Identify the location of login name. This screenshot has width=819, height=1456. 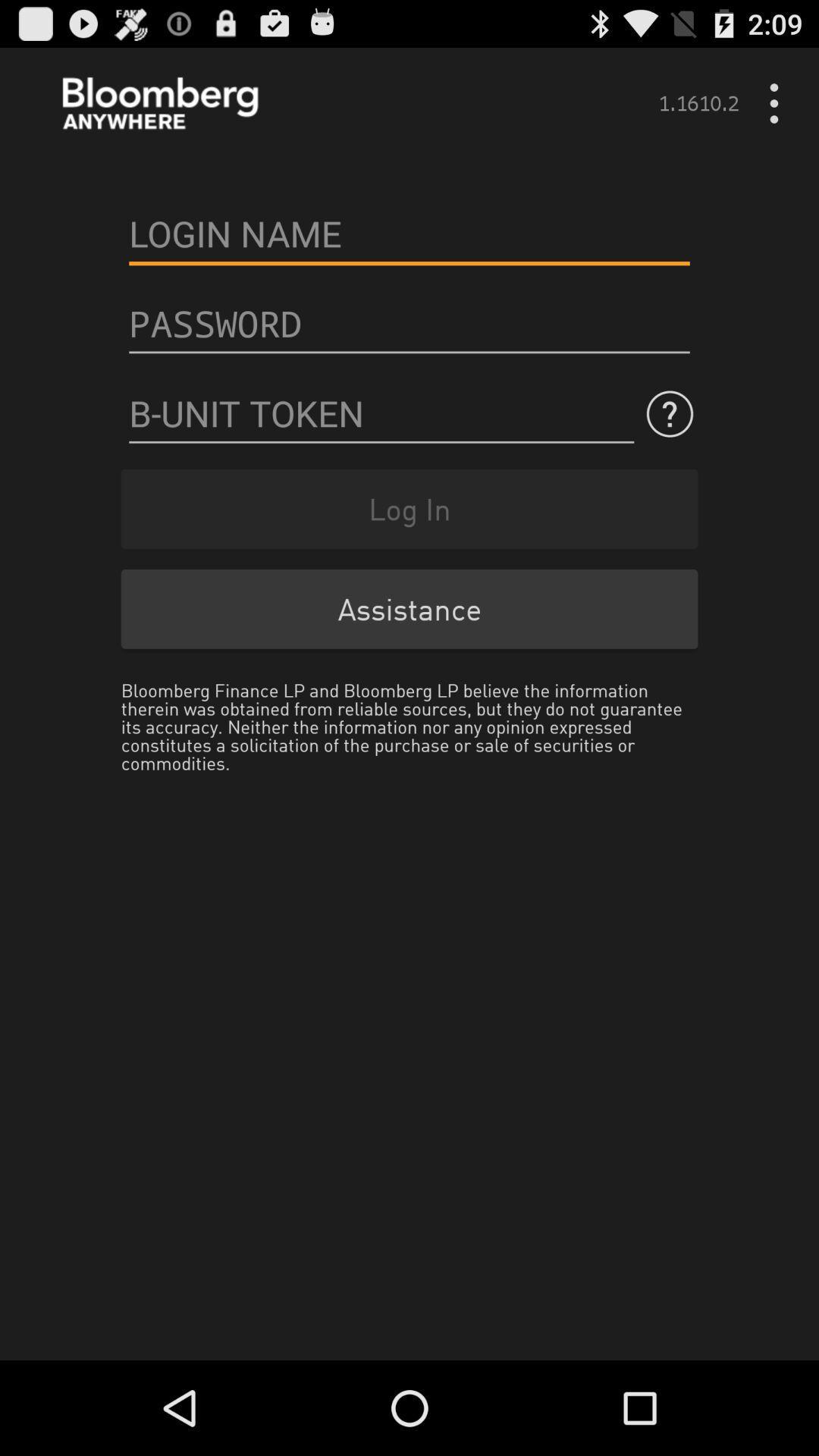
(409, 233).